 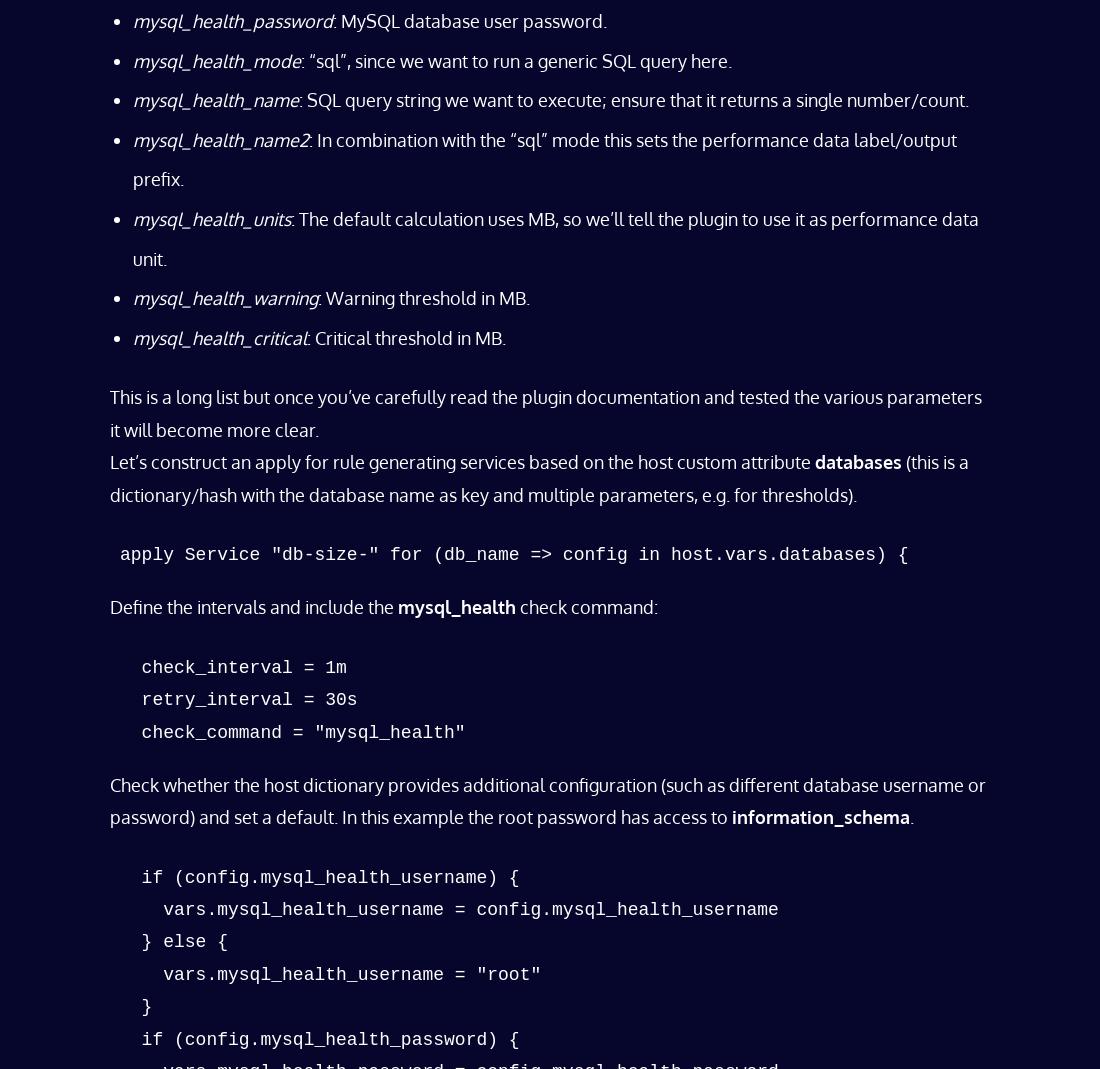 What do you see at coordinates (291, 698) in the screenshot?
I see `'check_interval = 1m
  retry_interval = 30s
  check_command = "mysql_health"'` at bounding box center [291, 698].